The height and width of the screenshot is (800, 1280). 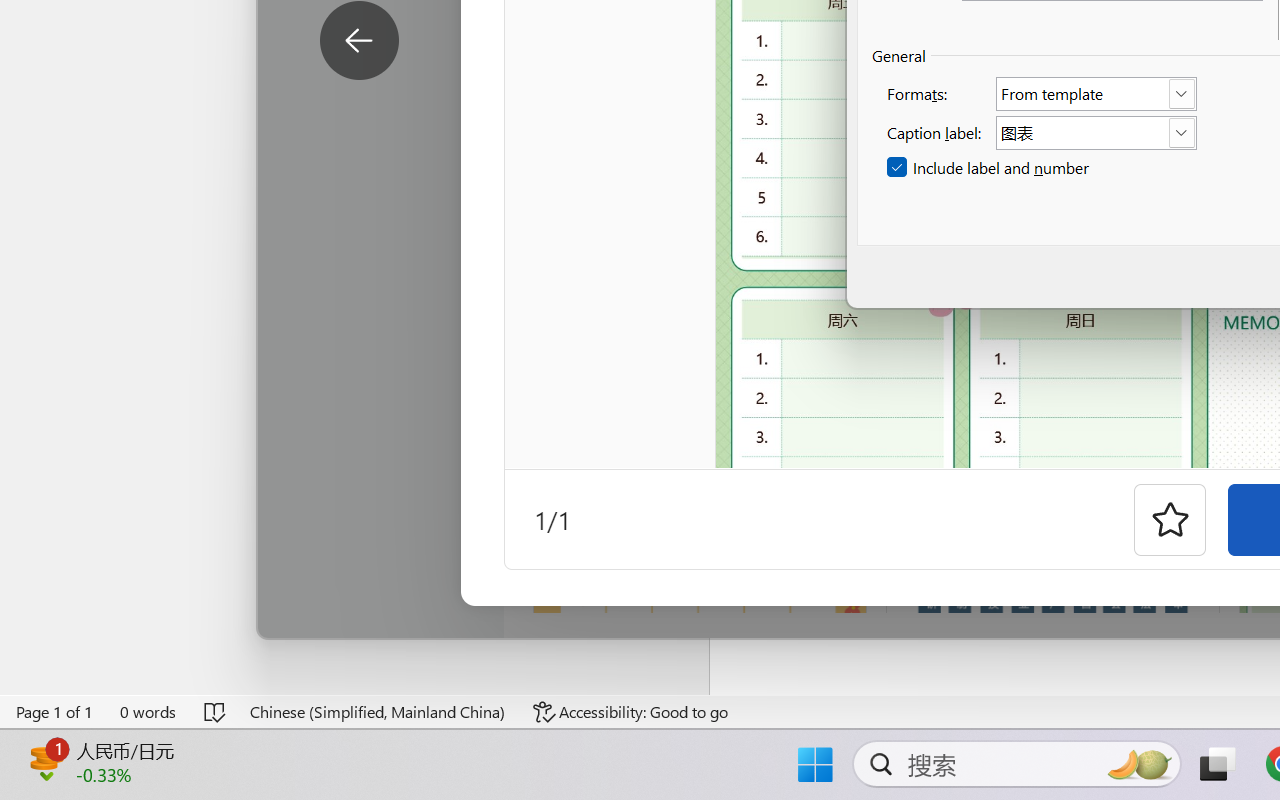 What do you see at coordinates (990, 167) in the screenshot?
I see `'Include label and number'` at bounding box center [990, 167].